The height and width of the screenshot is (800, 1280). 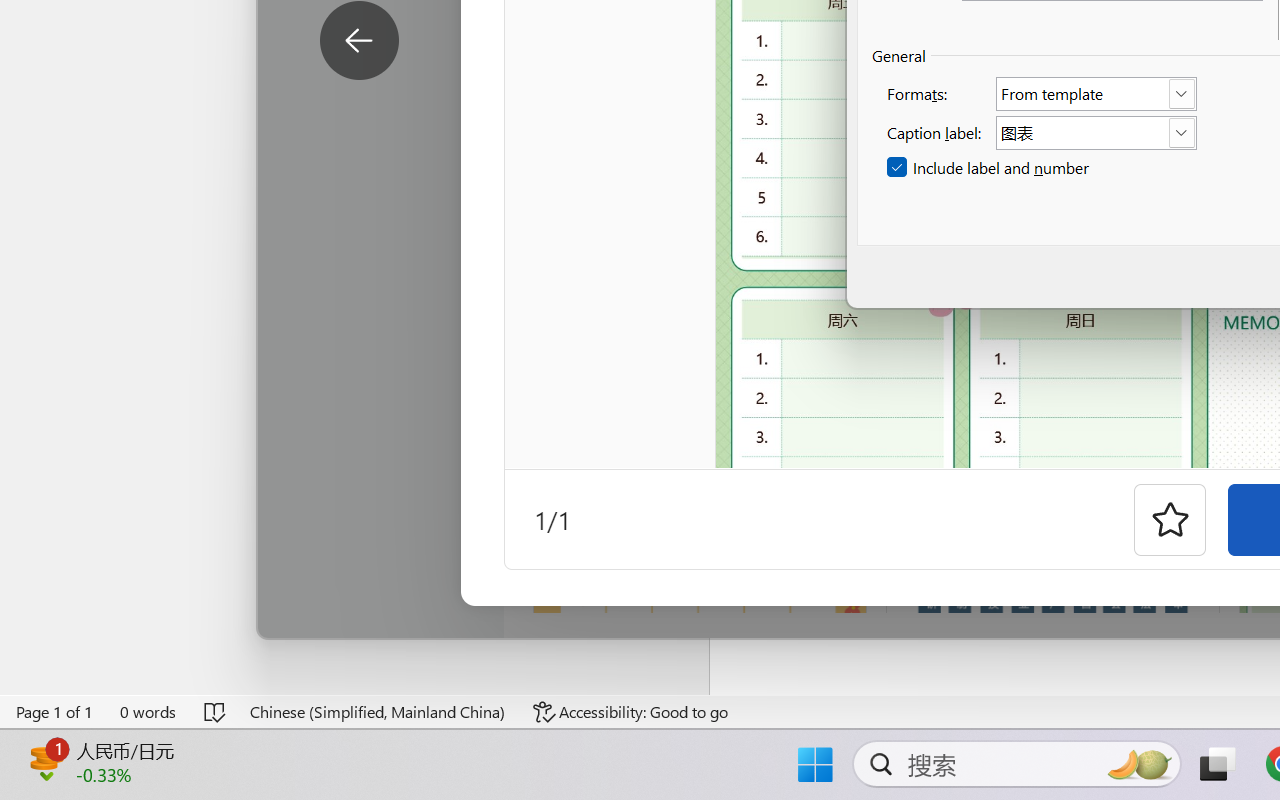 What do you see at coordinates (990, 167) in the screenshot?
I see `'Include label and number'` at bounding box center [990, 167].